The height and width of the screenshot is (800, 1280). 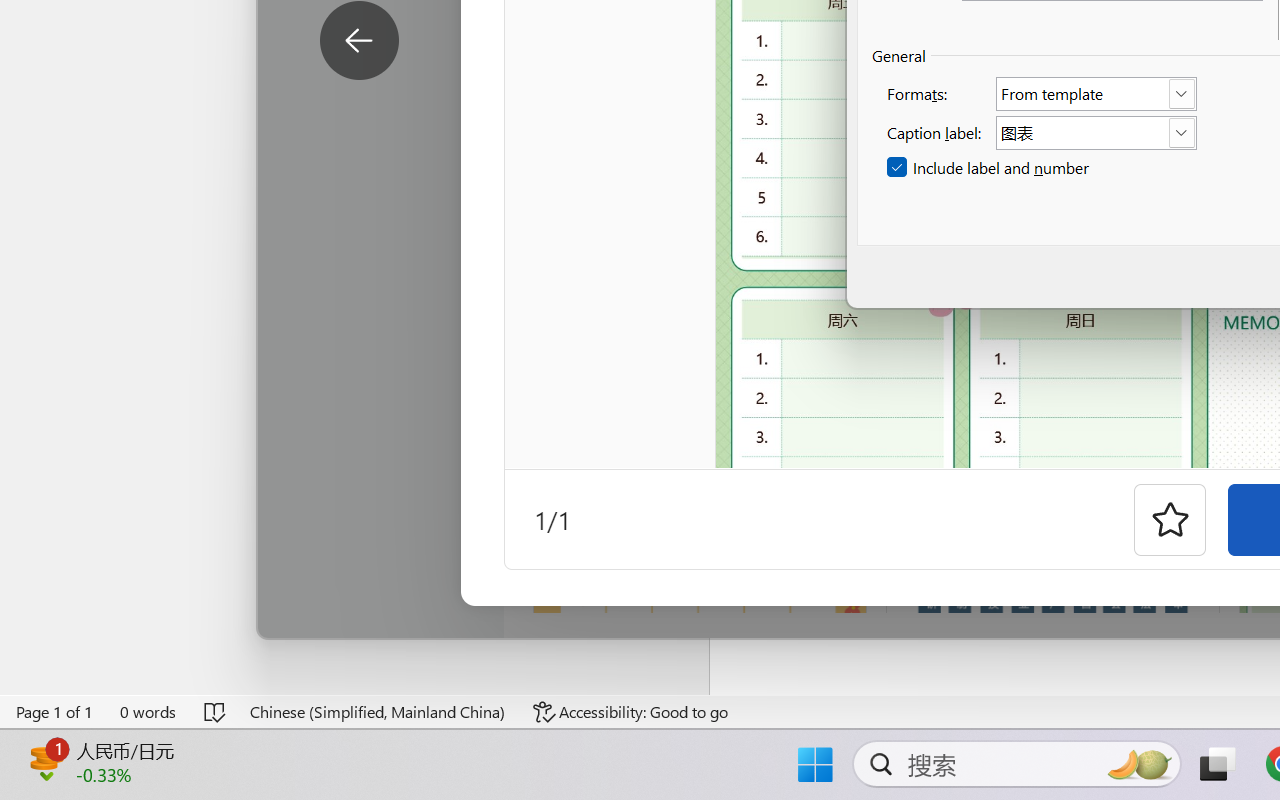 What do you see at coordinates (990, 167) in the screenshot?
I see `'Include label and number'` at bounding box center [990, 167].